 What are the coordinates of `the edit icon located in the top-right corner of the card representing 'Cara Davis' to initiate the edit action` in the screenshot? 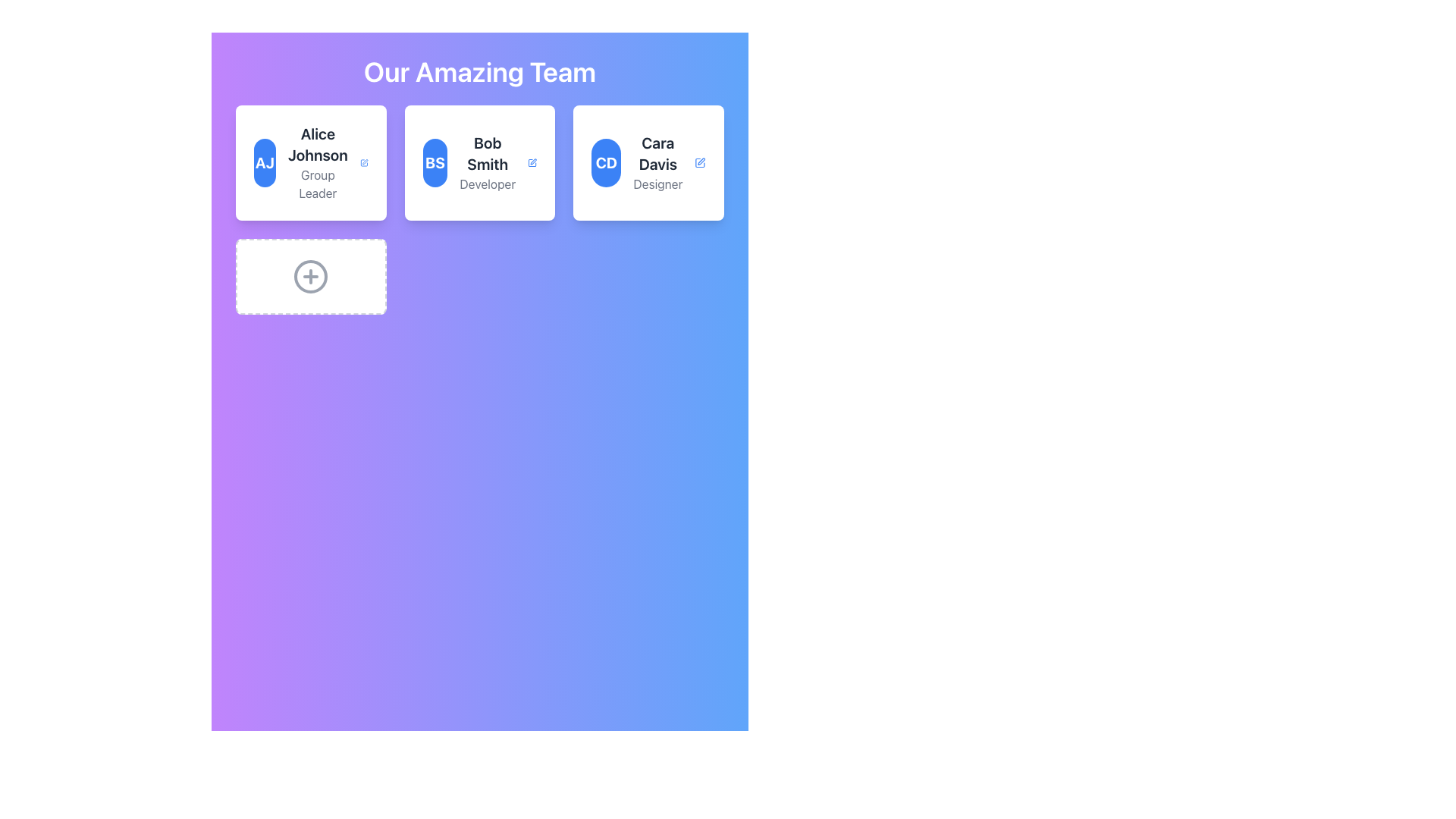 It's located at (699, 163).